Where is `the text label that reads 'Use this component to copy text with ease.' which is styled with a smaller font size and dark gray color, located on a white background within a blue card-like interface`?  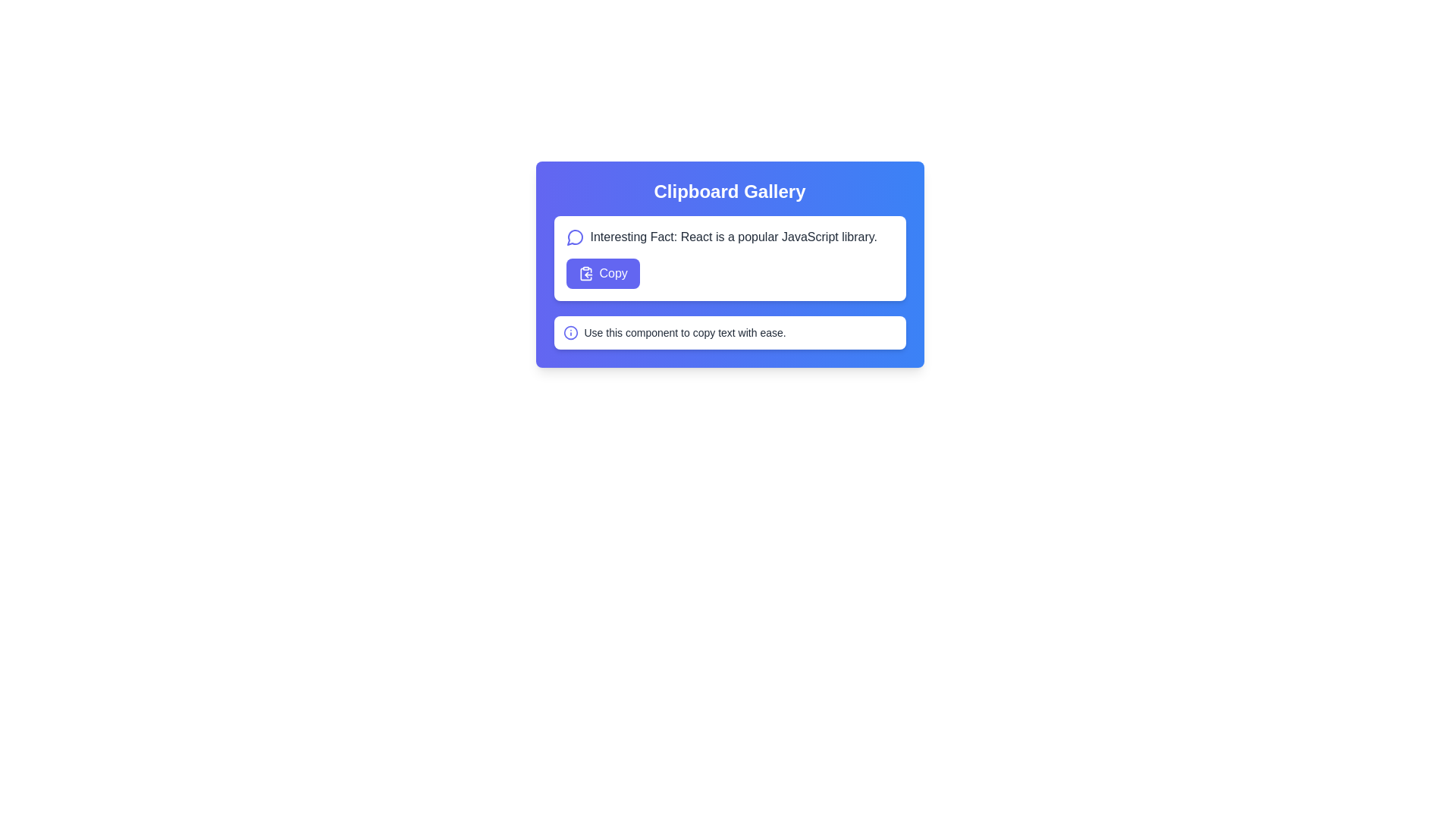
the text label that reads 'Use this component to copy text with ease.' which is styled with a smaller font size and dark gray color, located on a white background within a blue card-like interface is located at coordinates (684, 332).